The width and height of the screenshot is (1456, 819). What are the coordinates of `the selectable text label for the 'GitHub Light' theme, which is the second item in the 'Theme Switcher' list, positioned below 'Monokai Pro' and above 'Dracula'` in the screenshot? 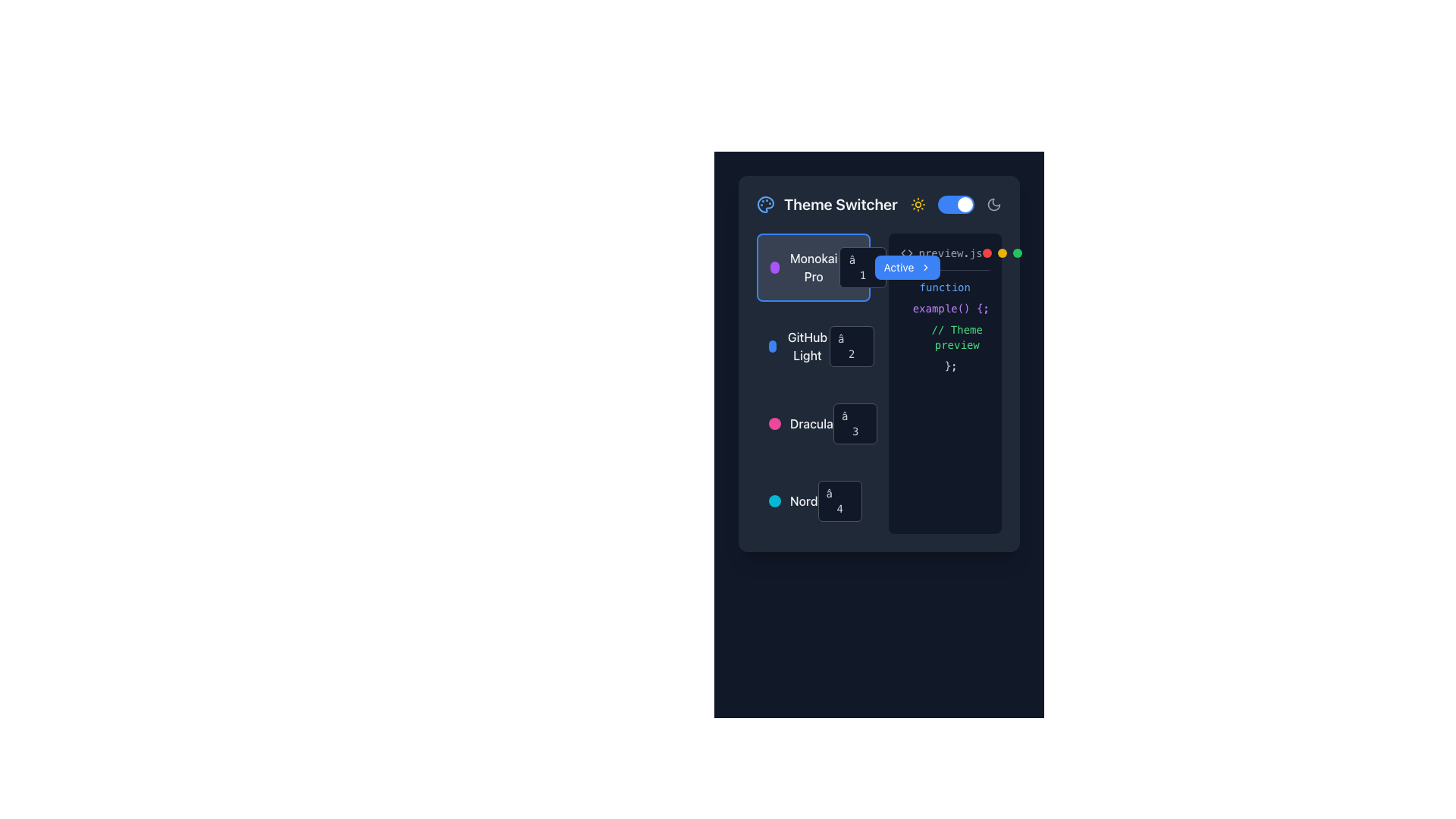 It's located at (807, 346).